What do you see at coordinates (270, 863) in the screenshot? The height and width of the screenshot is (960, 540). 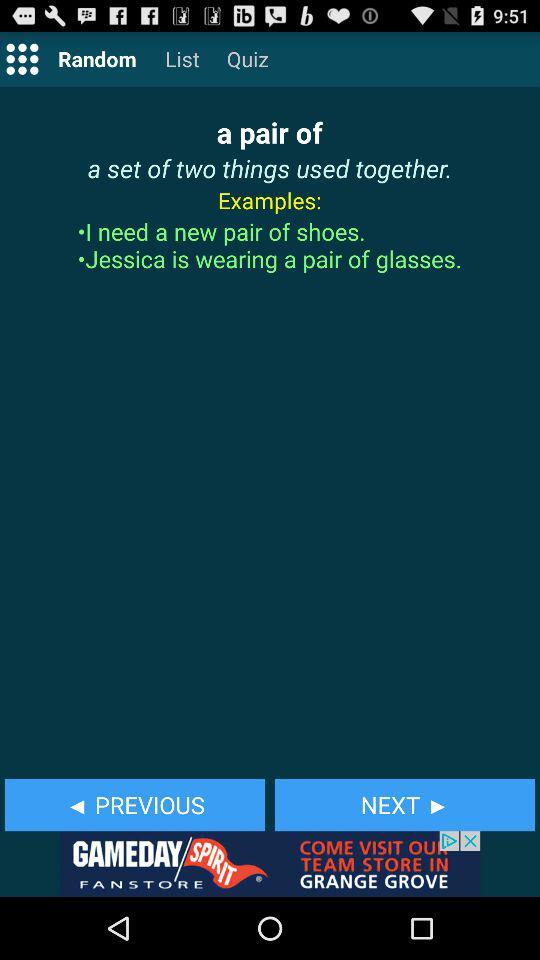 I see `gameday spirit advertisements` at bounding box center [270, 863].